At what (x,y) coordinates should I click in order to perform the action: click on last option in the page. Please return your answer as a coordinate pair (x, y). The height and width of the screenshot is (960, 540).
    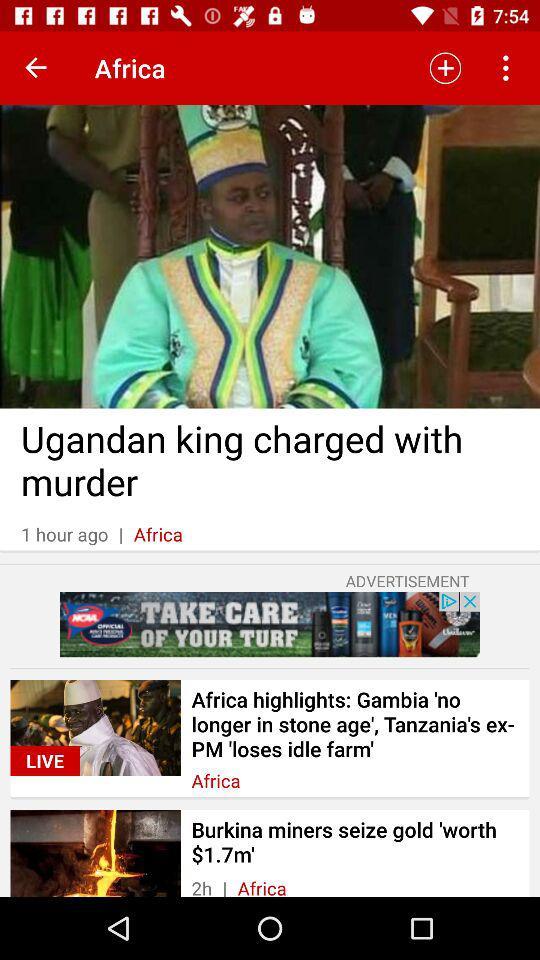
    Looking at the image, I should click on (270, 852).